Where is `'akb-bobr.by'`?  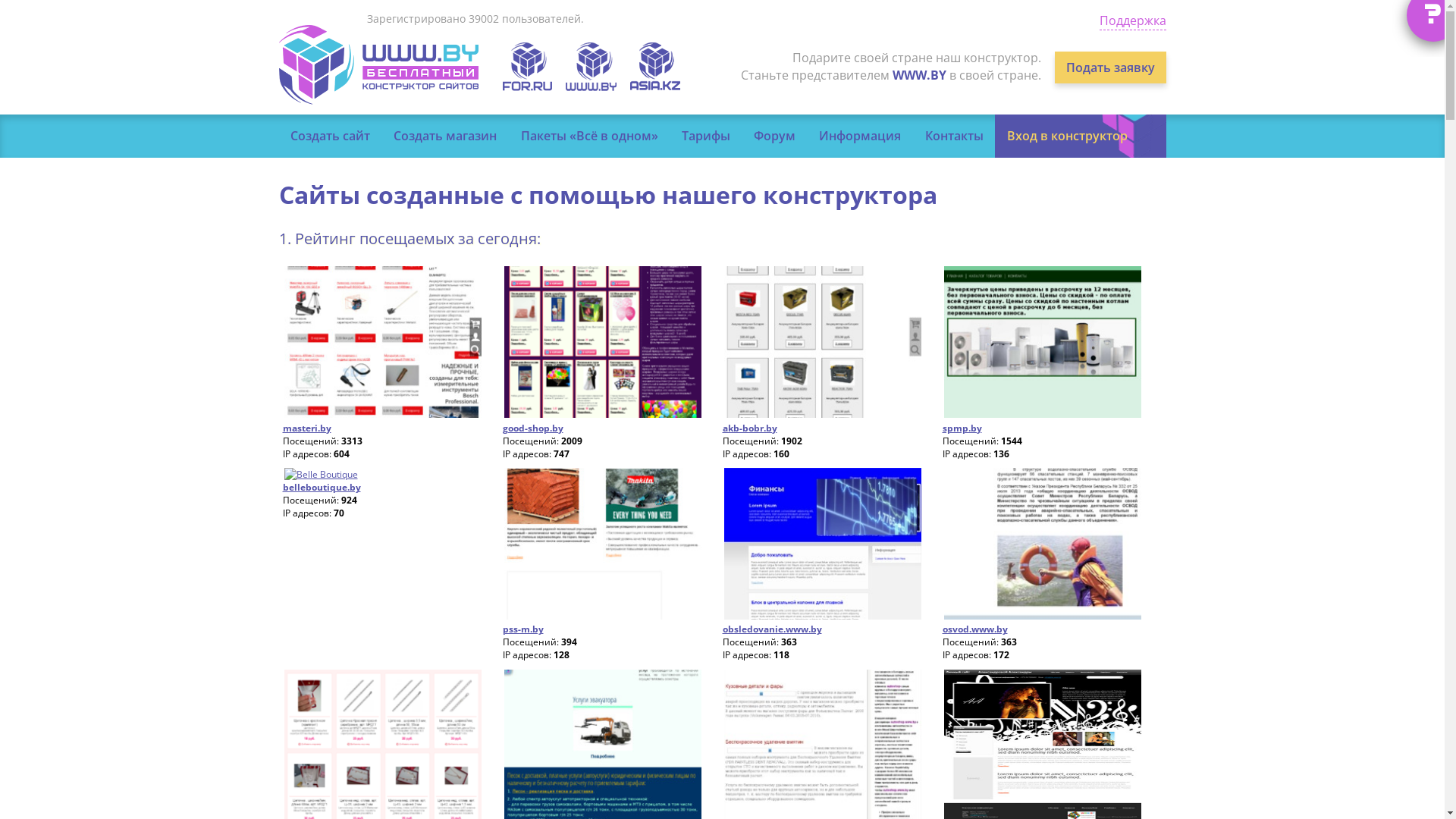 'akb-bobr.by' is located at coordinates (749, 428).